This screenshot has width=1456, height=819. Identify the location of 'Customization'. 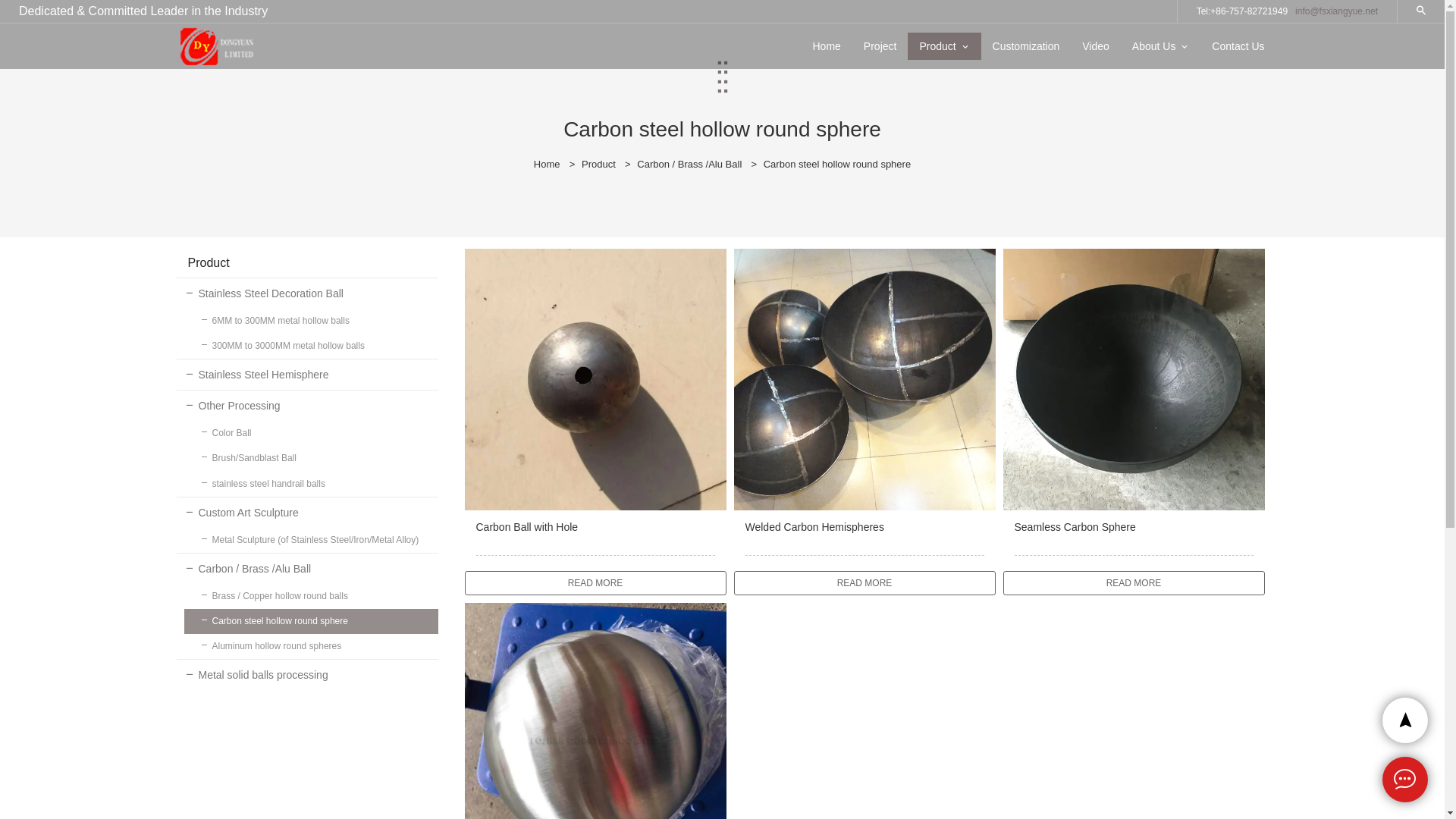
(1026, 45).